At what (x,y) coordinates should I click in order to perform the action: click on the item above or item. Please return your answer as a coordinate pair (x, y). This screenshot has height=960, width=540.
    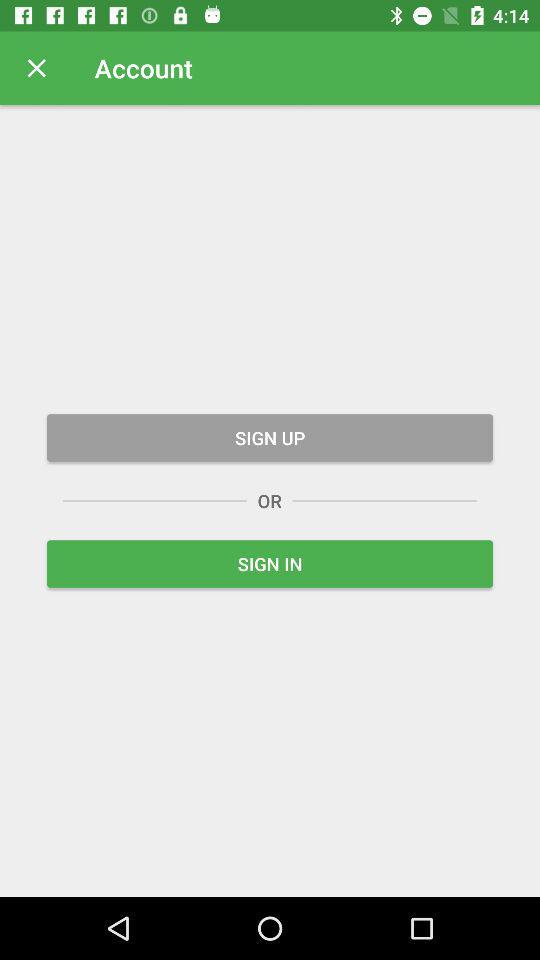
    Looking at the image, I should click on (270, 437).